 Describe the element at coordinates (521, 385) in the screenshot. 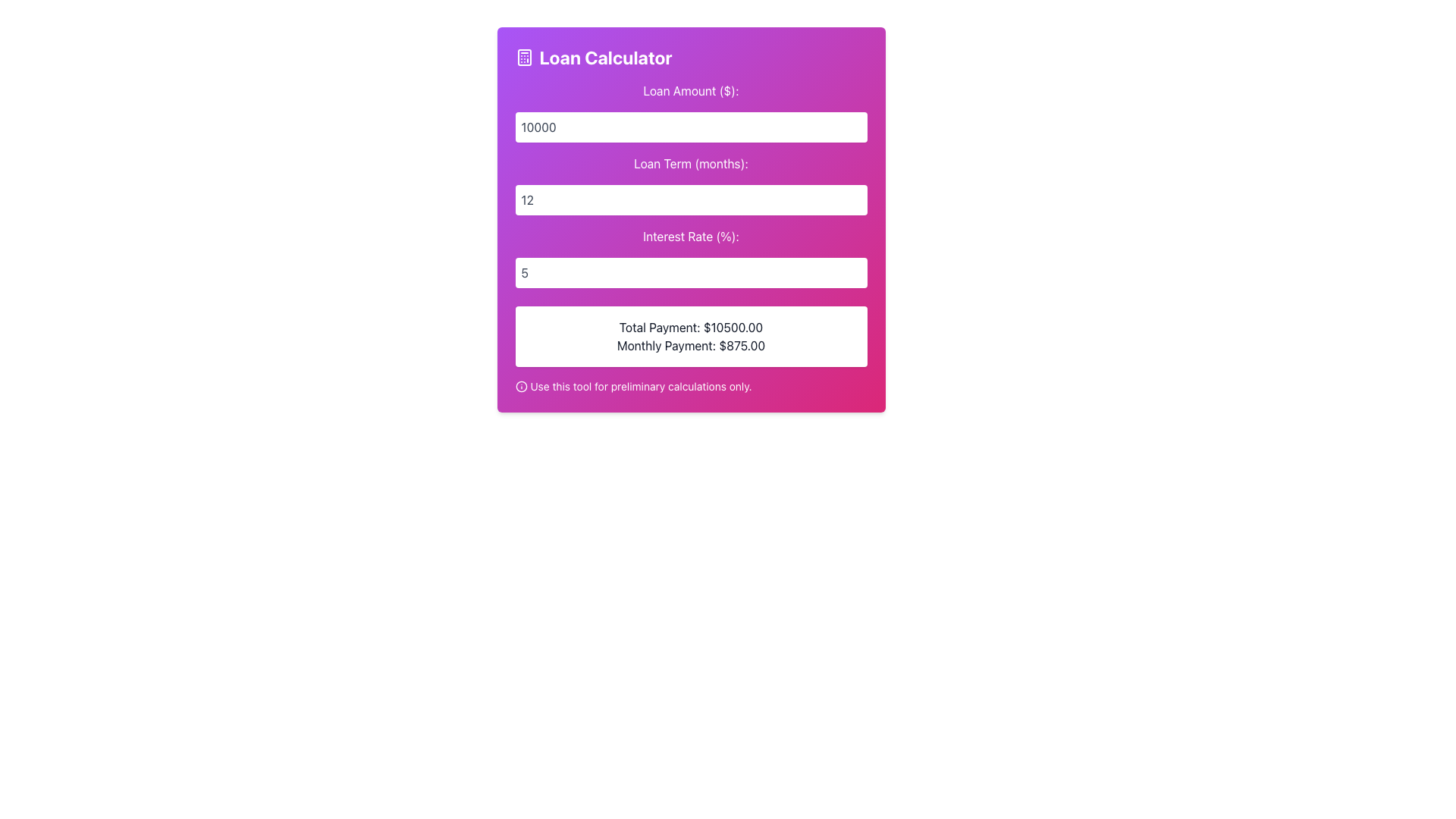

I see `the Info Symbol icon located at the bottom left of the visible card interface, which indicates additional information about the tool's usage` at that location.